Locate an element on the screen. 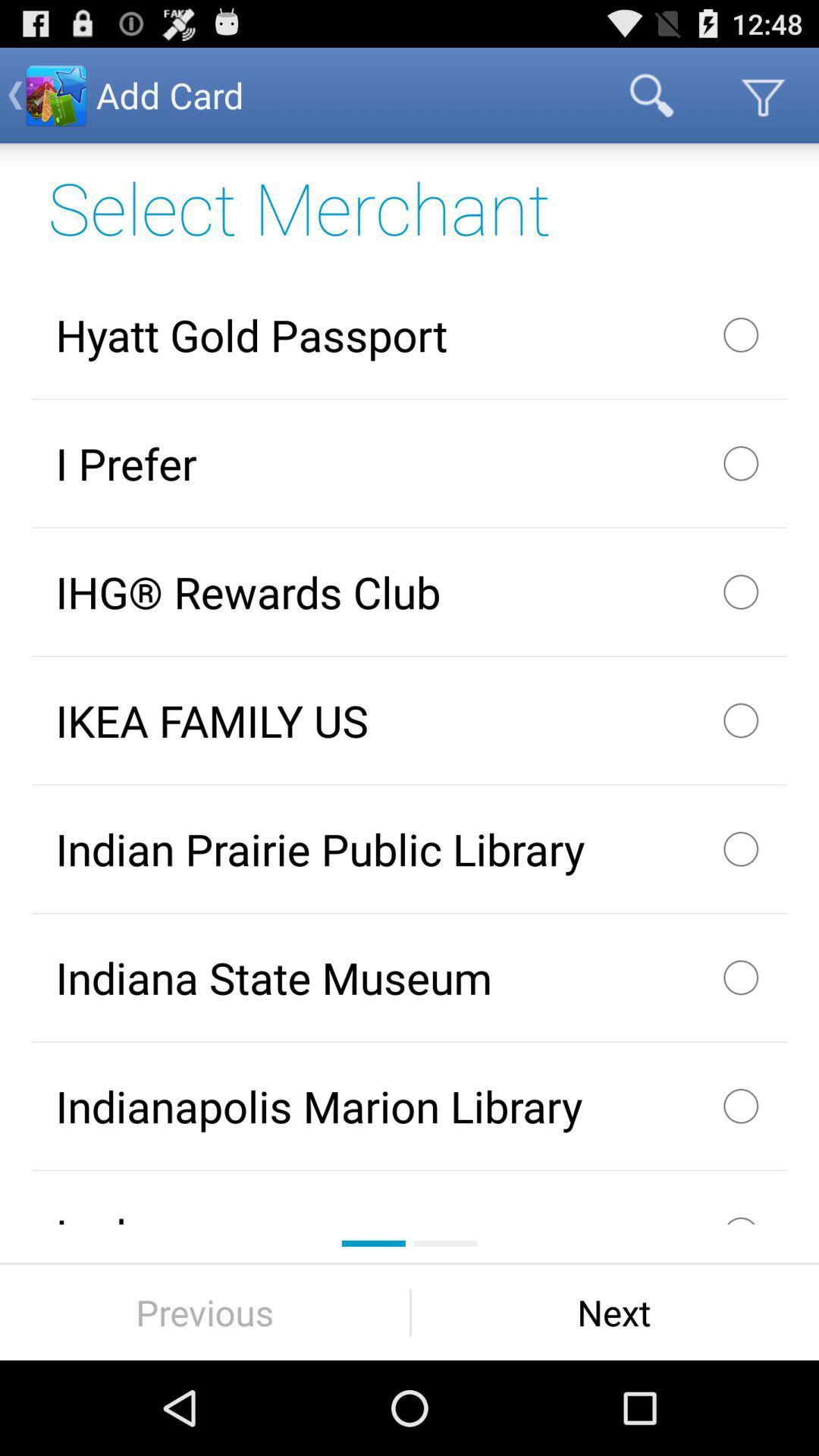  item below the ikea family us checkbox is located at coordinates (409, 848).